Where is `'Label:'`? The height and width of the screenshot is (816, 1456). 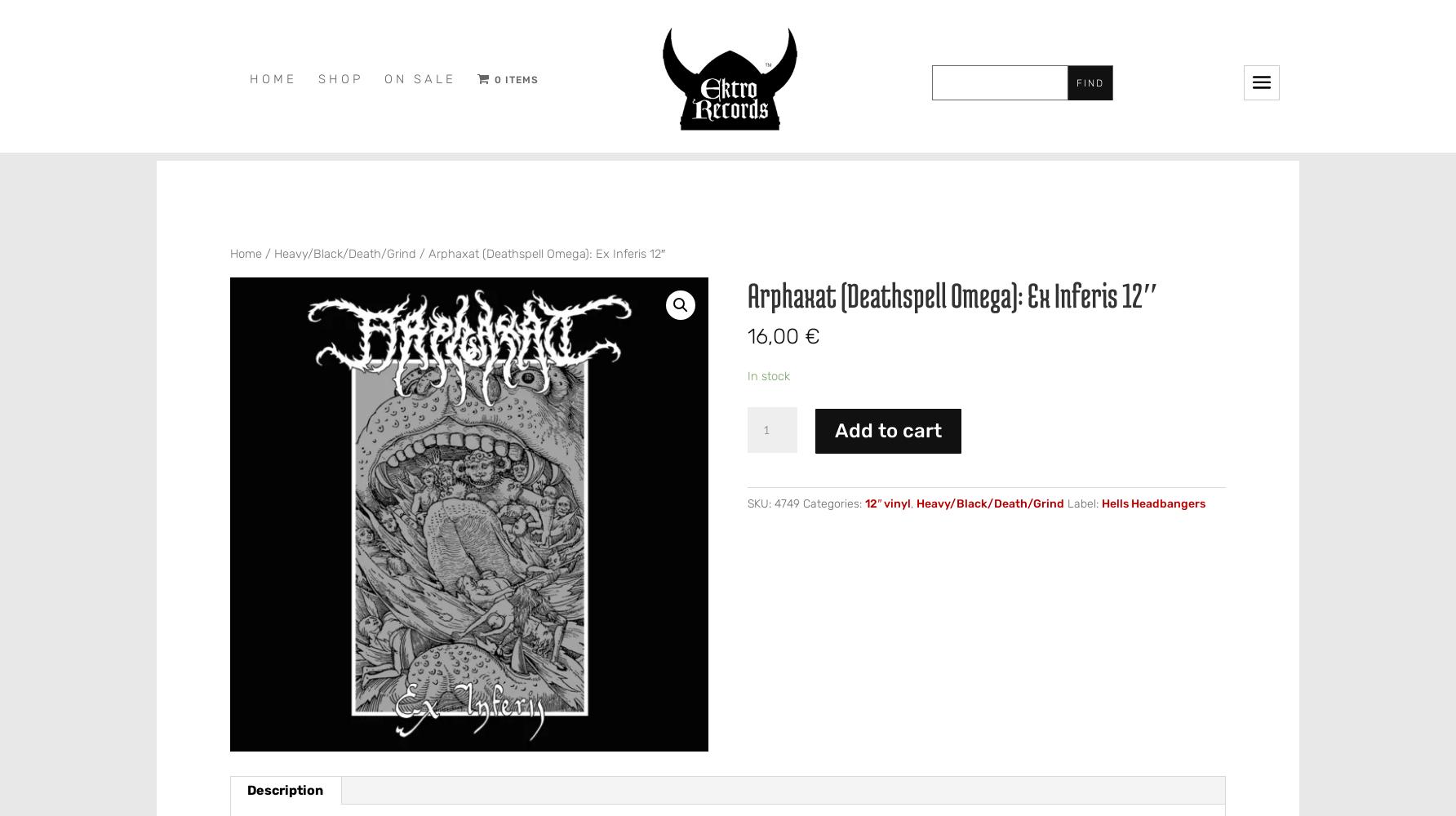
'Label:' is located at coordinates (1084, 503).